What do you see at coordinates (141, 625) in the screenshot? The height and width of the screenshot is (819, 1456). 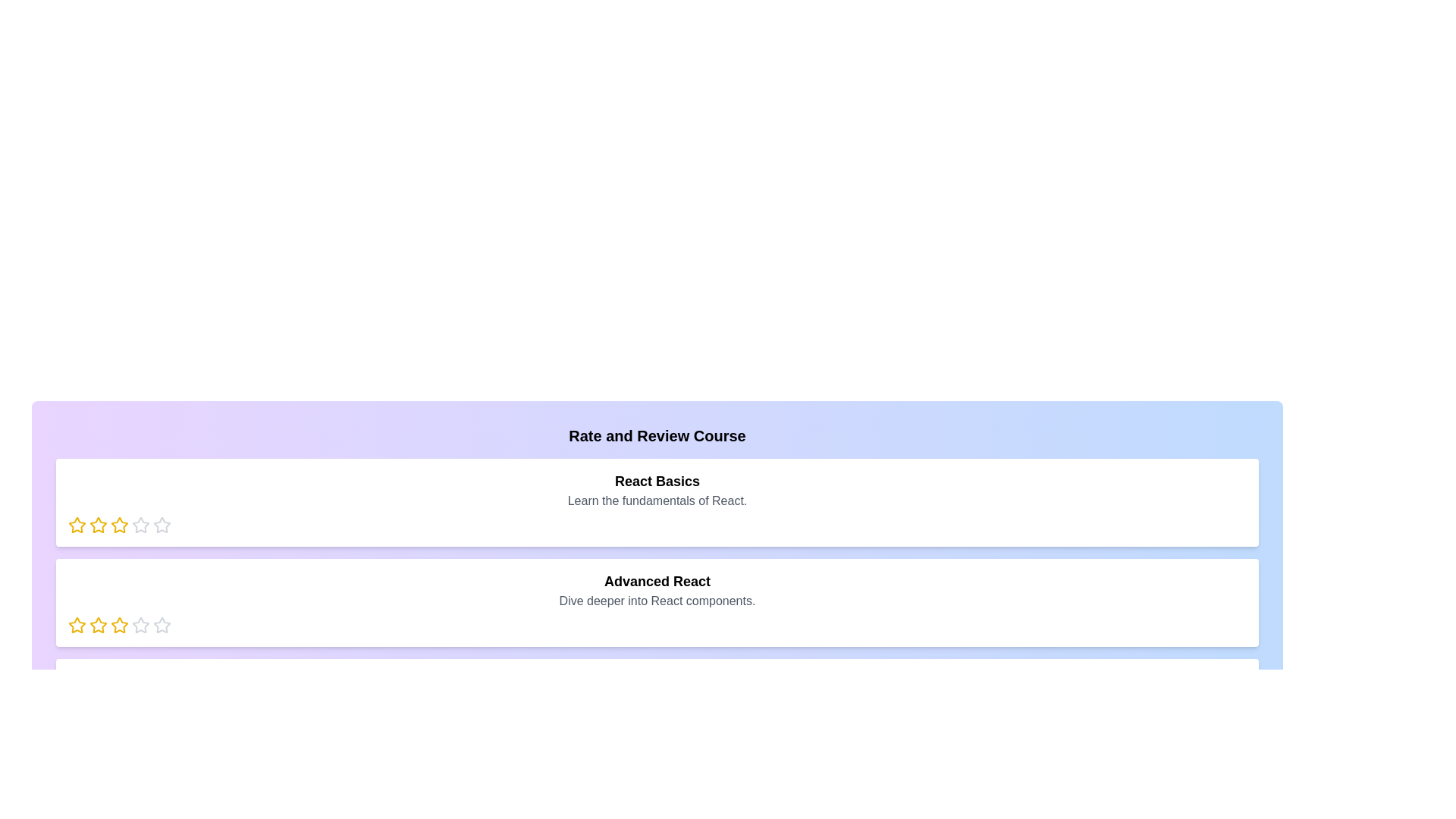 I see `the second star-shaped rating button in the five-star rating interface for the course 'Advanced React'` at bounding box center [141, 625].